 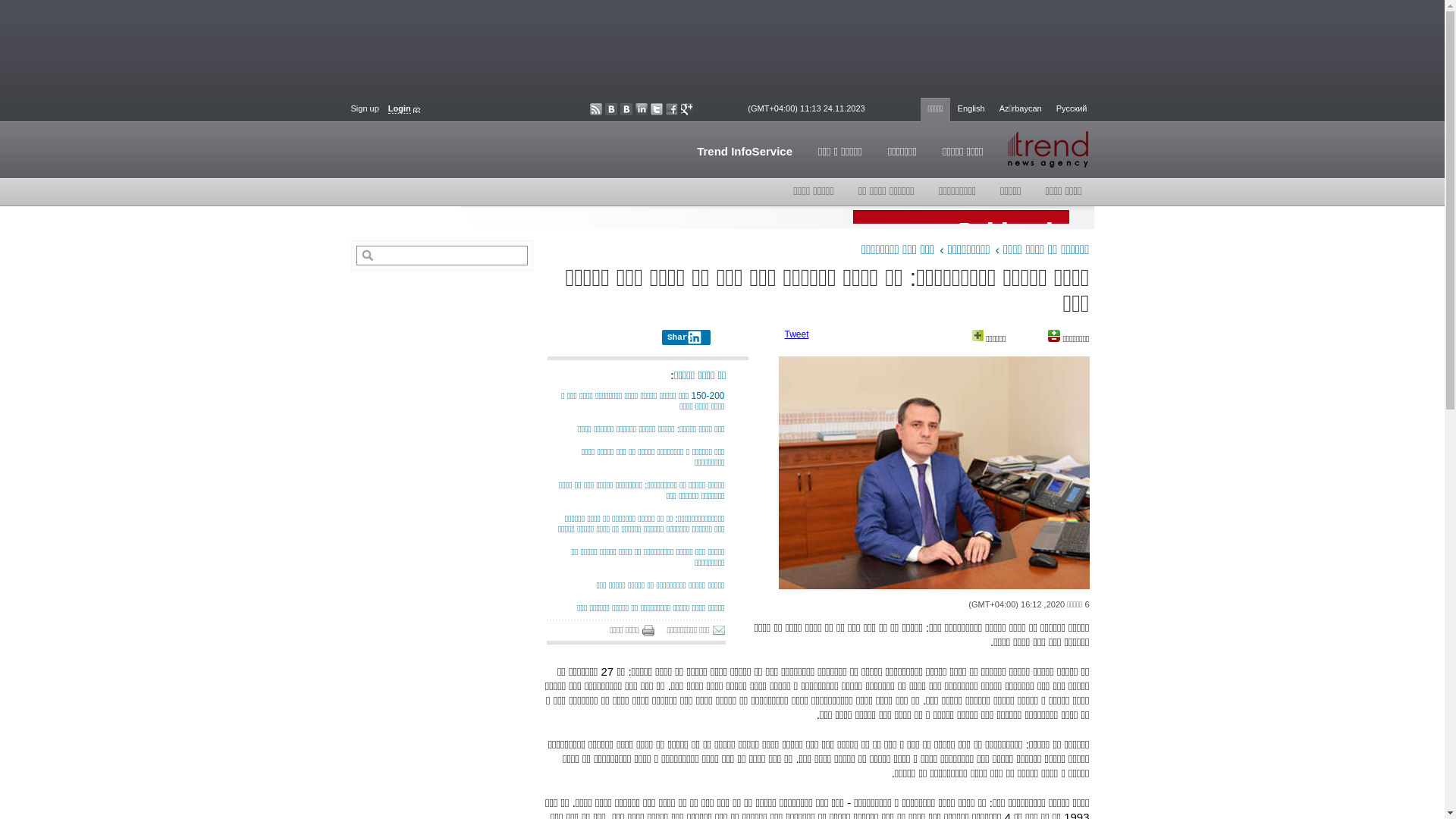 I want to click on 'Tweet', so click(x=795, y=333).